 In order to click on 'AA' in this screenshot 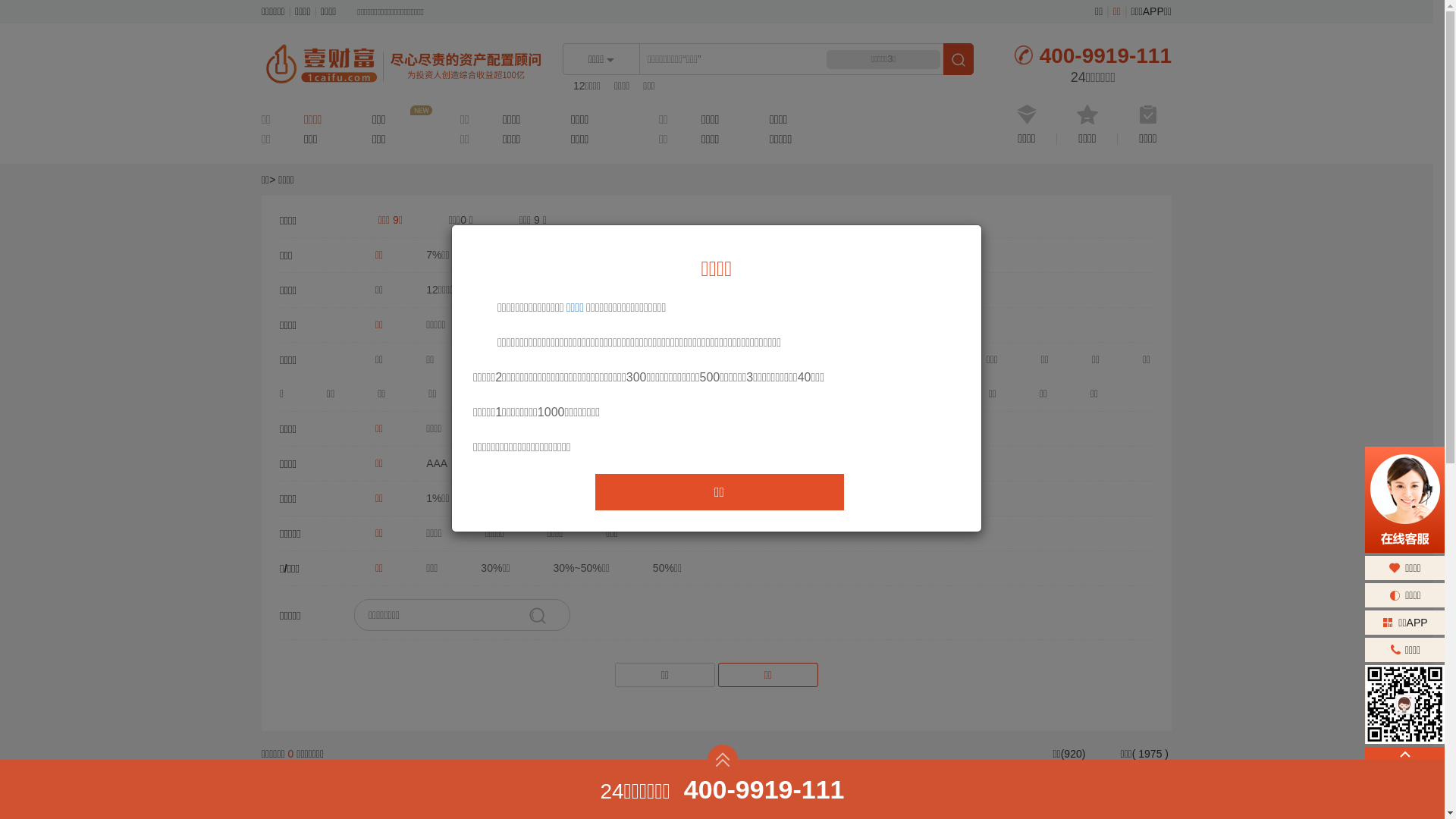, I will do `click(469, 462)`.